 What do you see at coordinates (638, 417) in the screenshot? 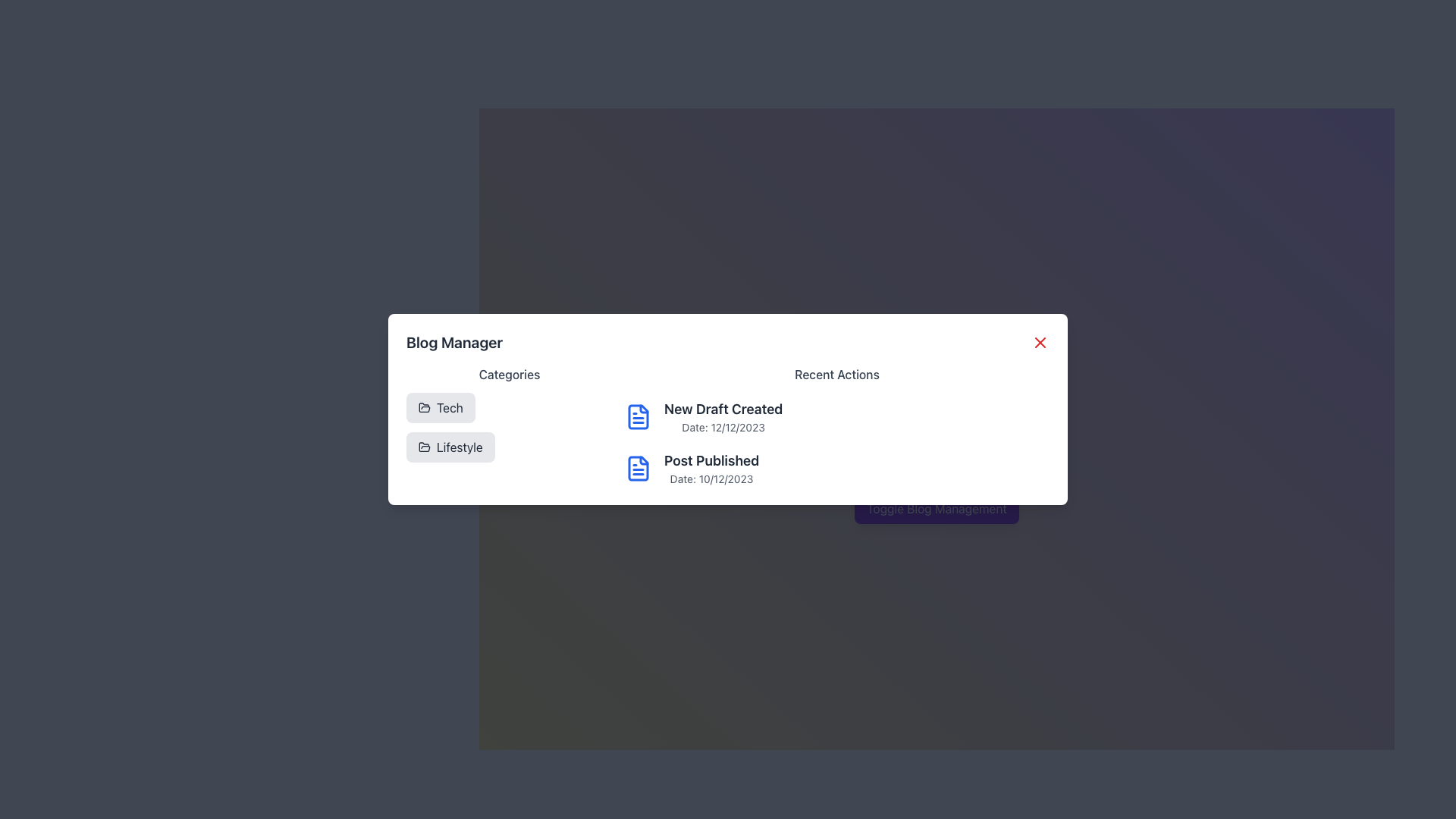
I see `the document icon located to the left of the text 'New Draft Created' in the 'Recent Actions' section of the 'Blog Manager' interface` at bounding box center [638, 417].